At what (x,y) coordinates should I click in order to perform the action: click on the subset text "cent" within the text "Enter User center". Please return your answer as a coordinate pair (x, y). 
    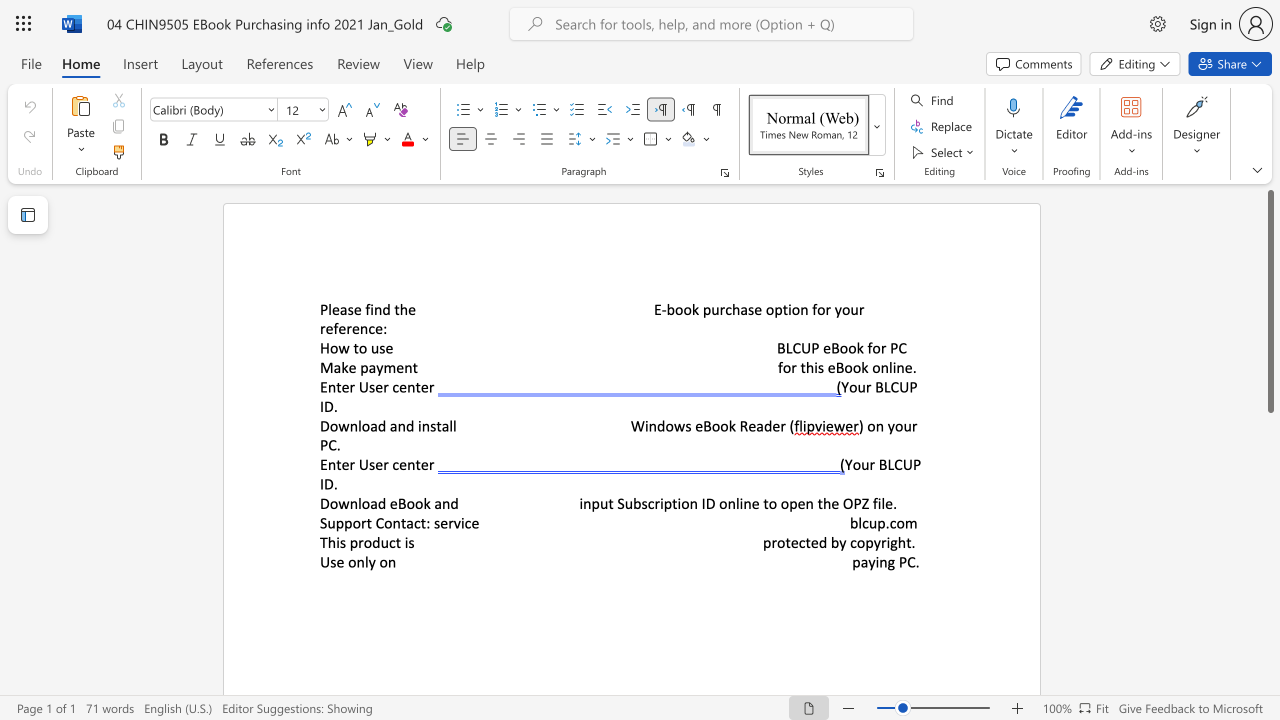
    Looking at the image, I should click on (392, 387).